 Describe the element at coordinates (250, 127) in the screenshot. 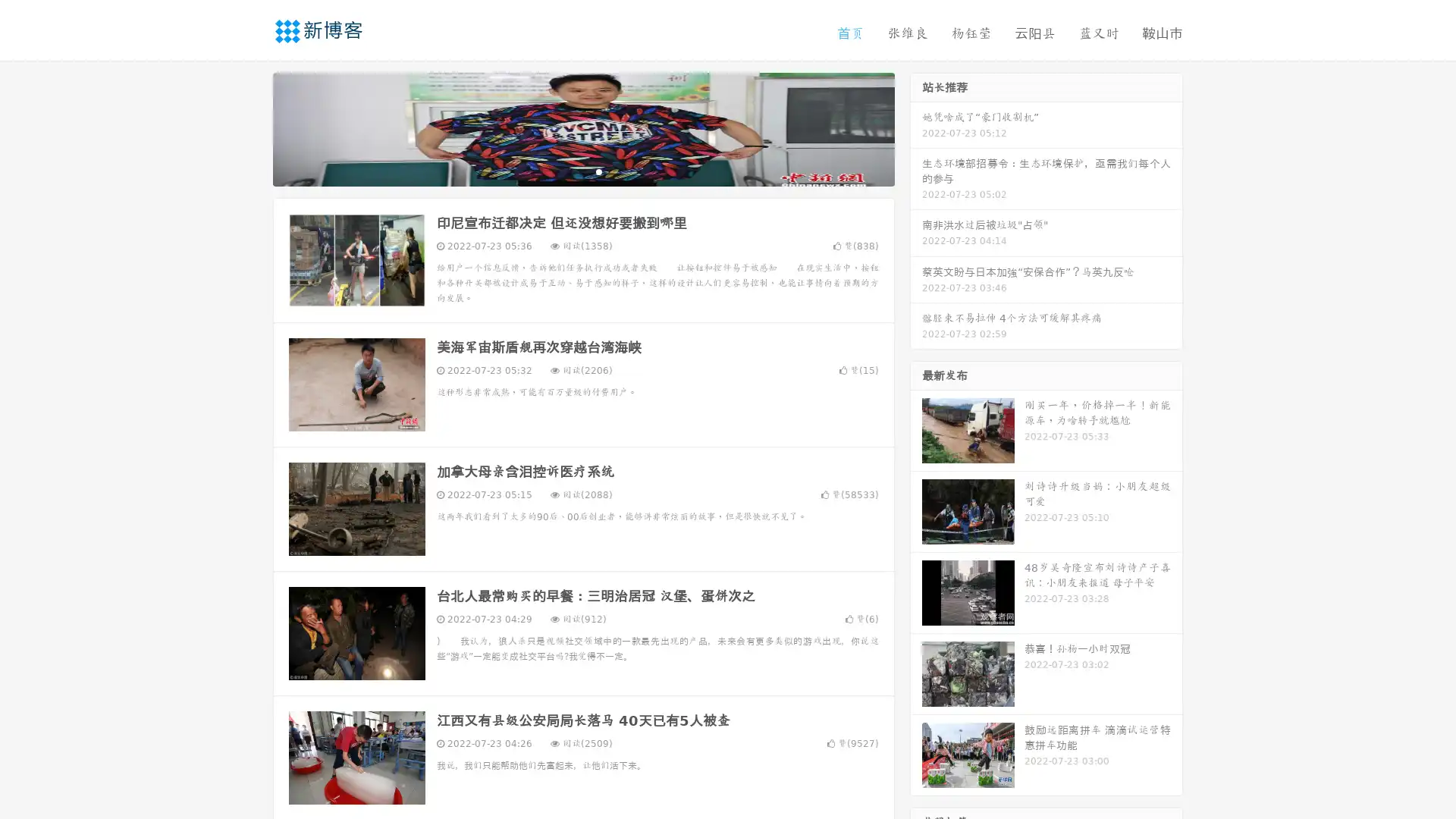

I see `Previous slide` at that location.